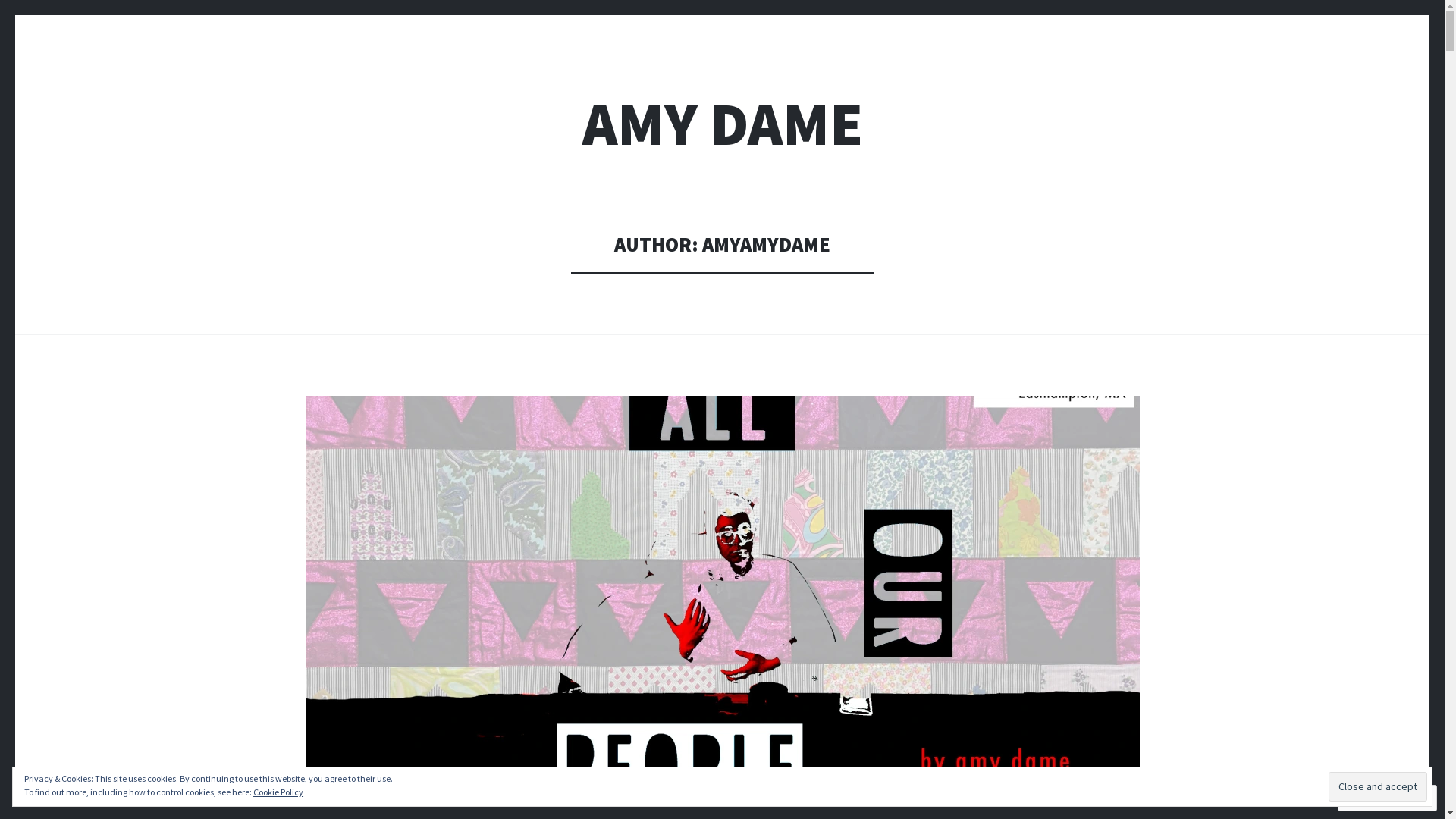 The width and height of the screenshot is (1456, 819). I want to click on 'Cookie Policy', so click(278, 791).